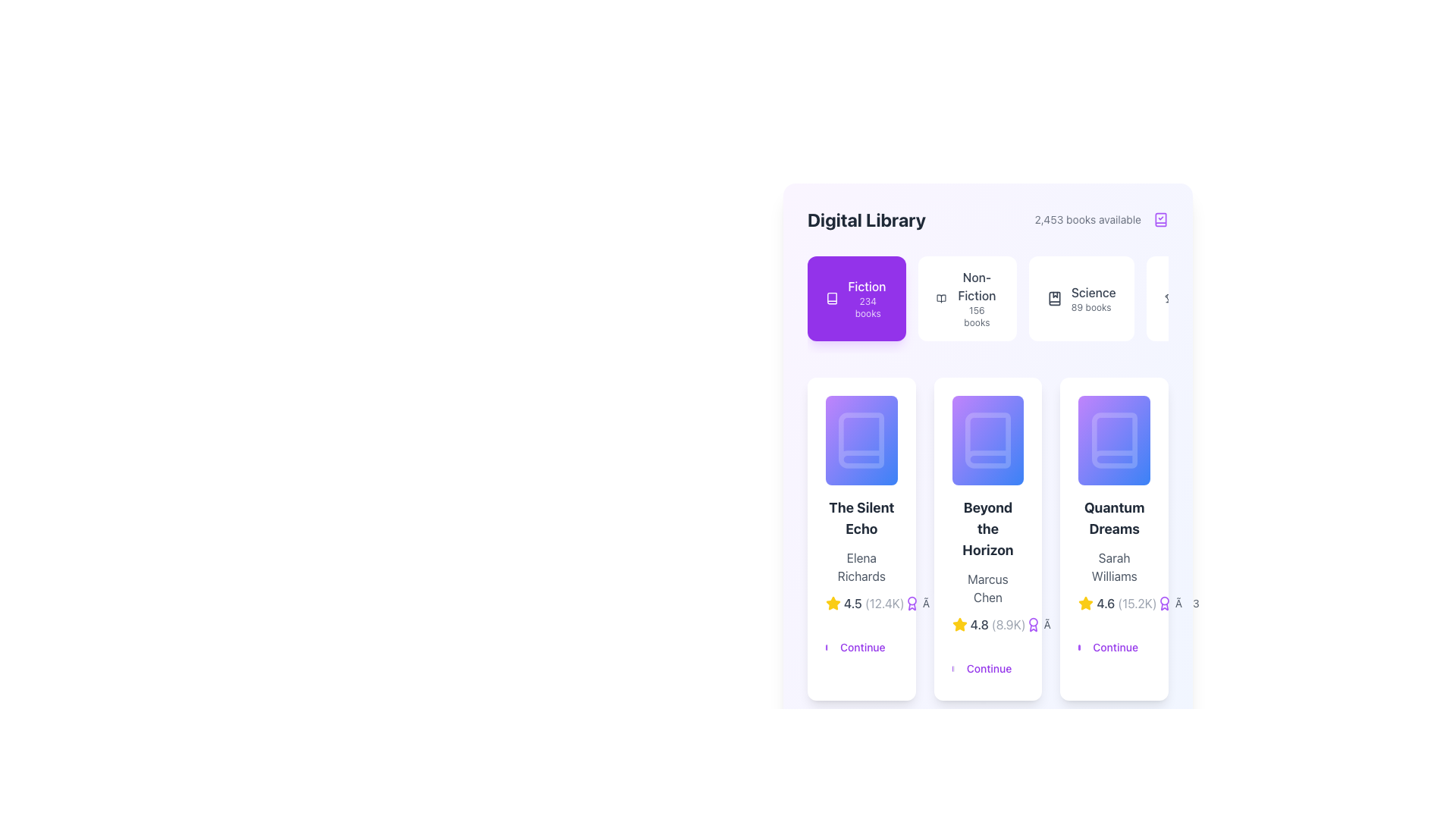  I want to click on the rating display showing an average rating of 4.5 stars and 12.4K reviews located in the first card under the 'Fiction' category, so click(864, 603).